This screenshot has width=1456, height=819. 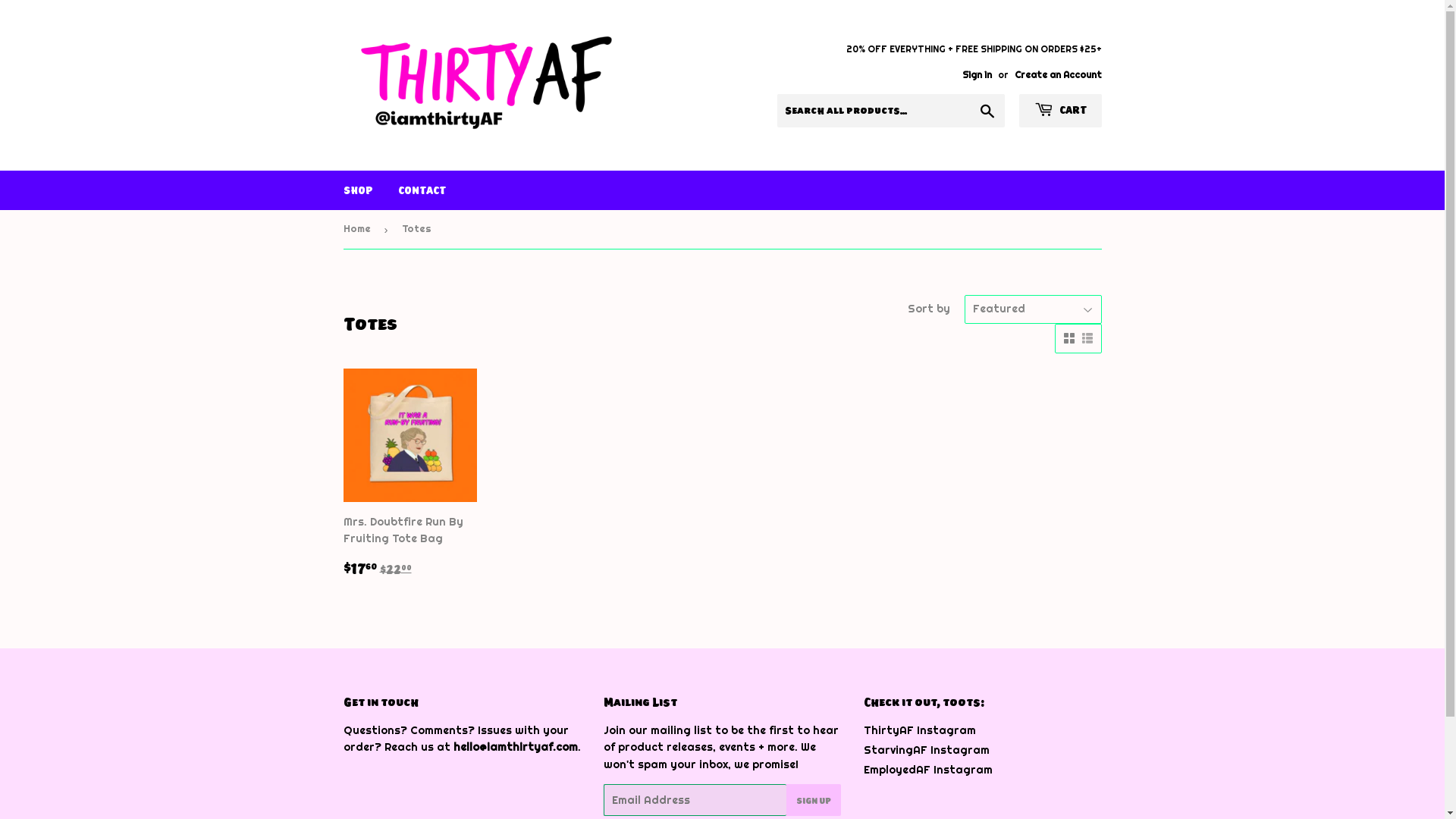 I want to click on 'ThirtyAF Instagram', so click(x=919, y=730).